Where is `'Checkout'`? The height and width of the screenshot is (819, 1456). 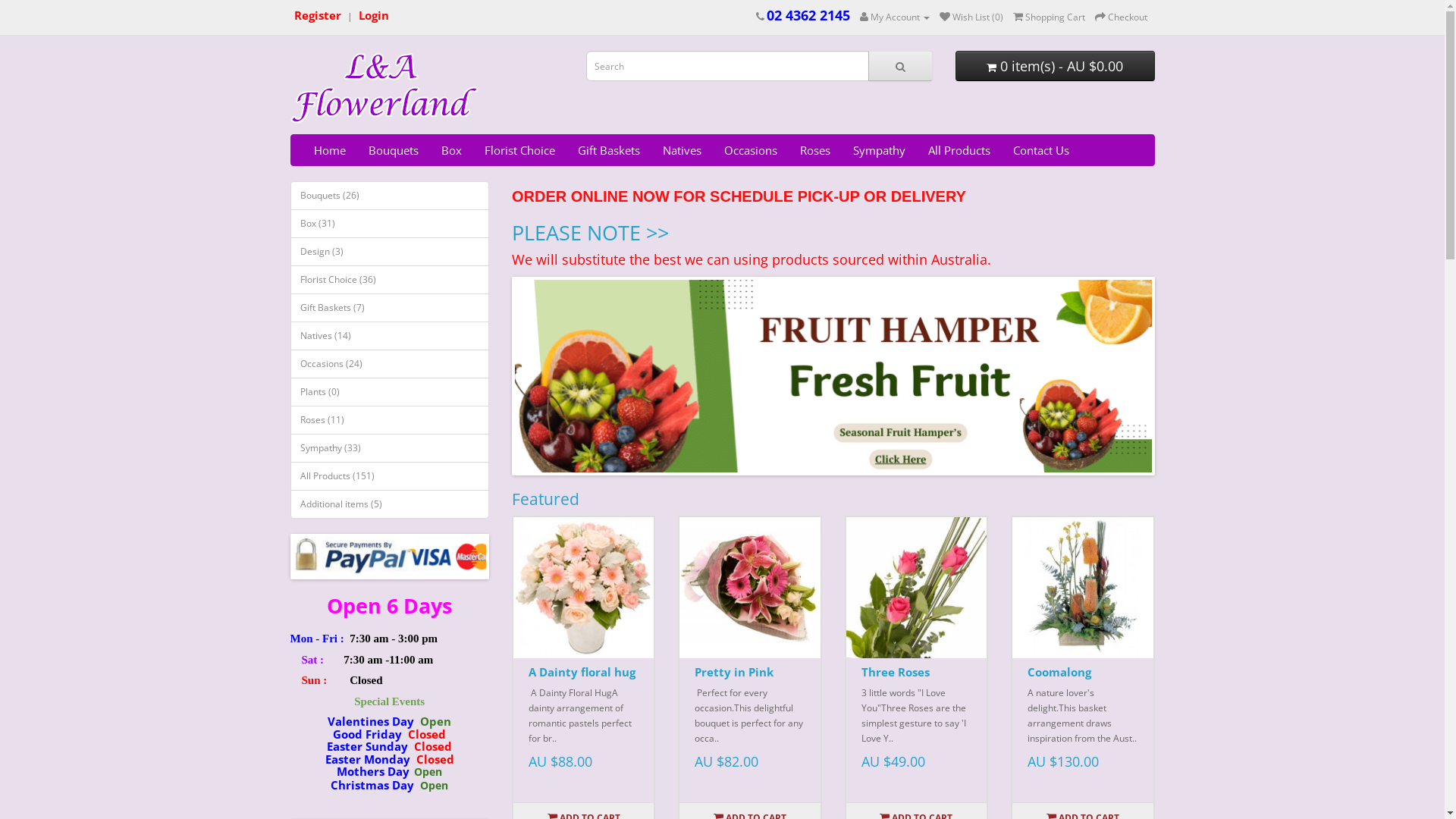
'Checkout' is located at coordinates (1121, 17).